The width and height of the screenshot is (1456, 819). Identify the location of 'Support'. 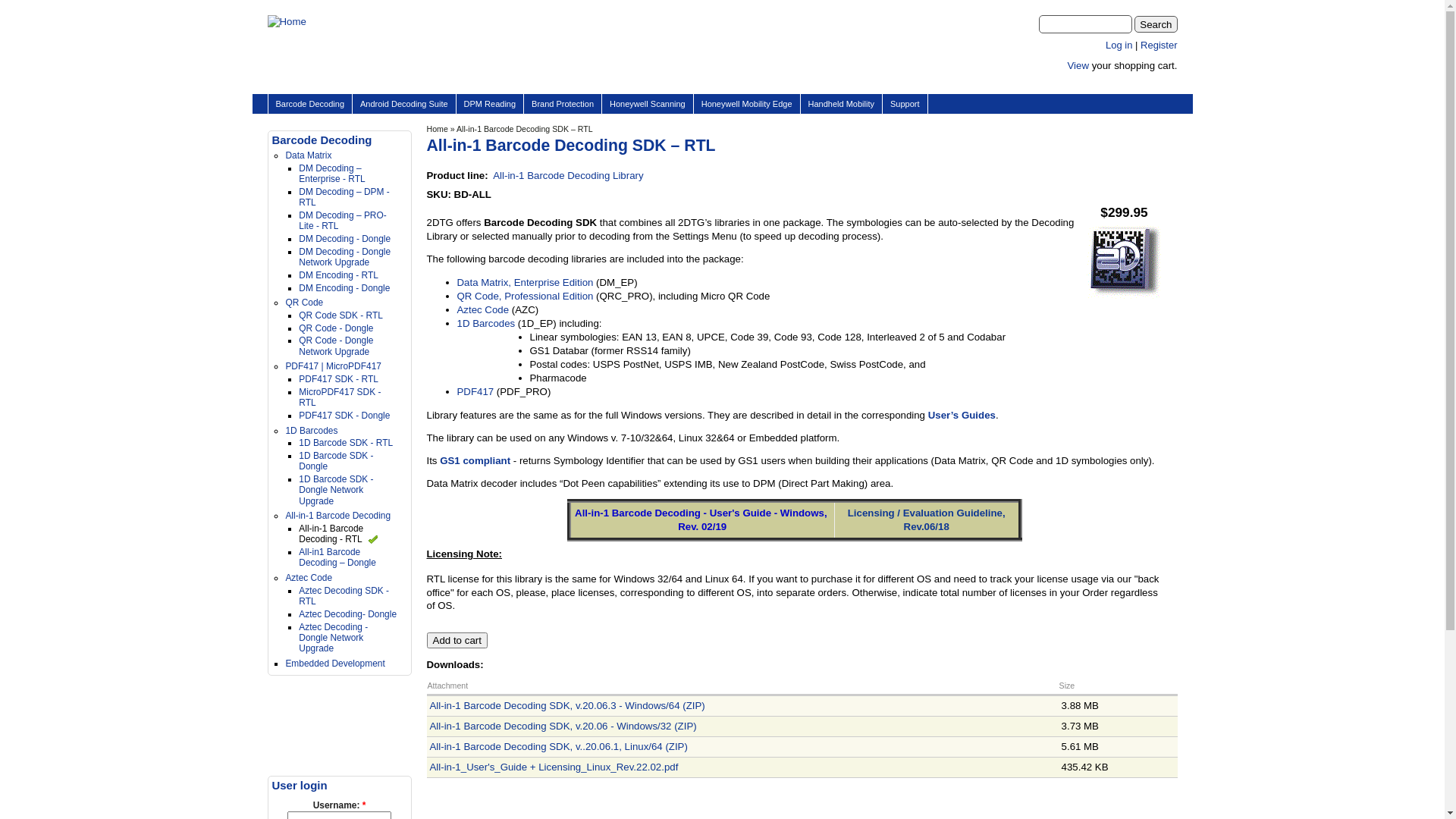
(882, 103).